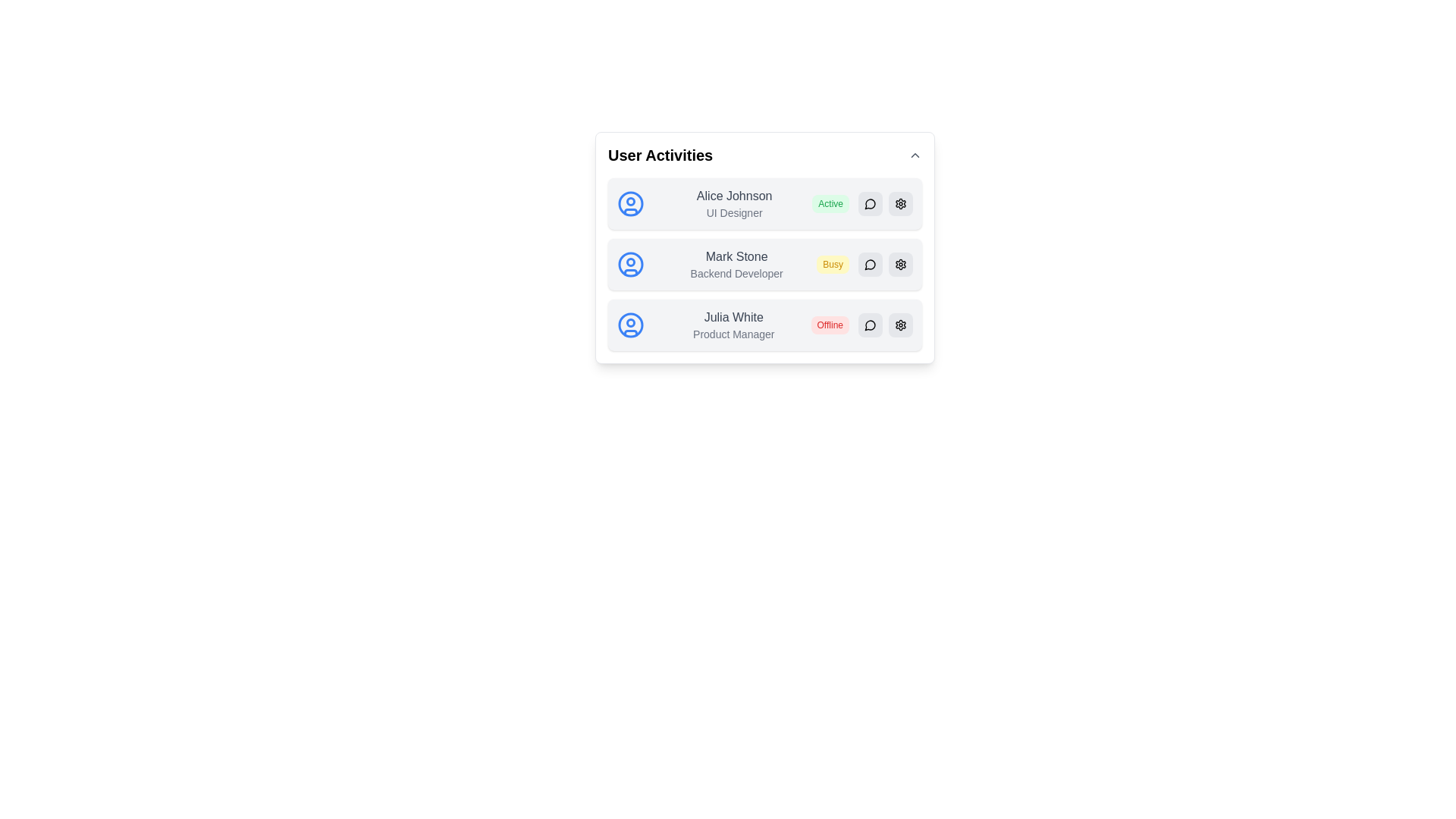  Describe the element at coordinates (901, 263) in the screenshot. I see `the settings button for 'Mark Stone', located on the right side of the second row in the 'User Activities' list, to observe the hover effect` at that location.